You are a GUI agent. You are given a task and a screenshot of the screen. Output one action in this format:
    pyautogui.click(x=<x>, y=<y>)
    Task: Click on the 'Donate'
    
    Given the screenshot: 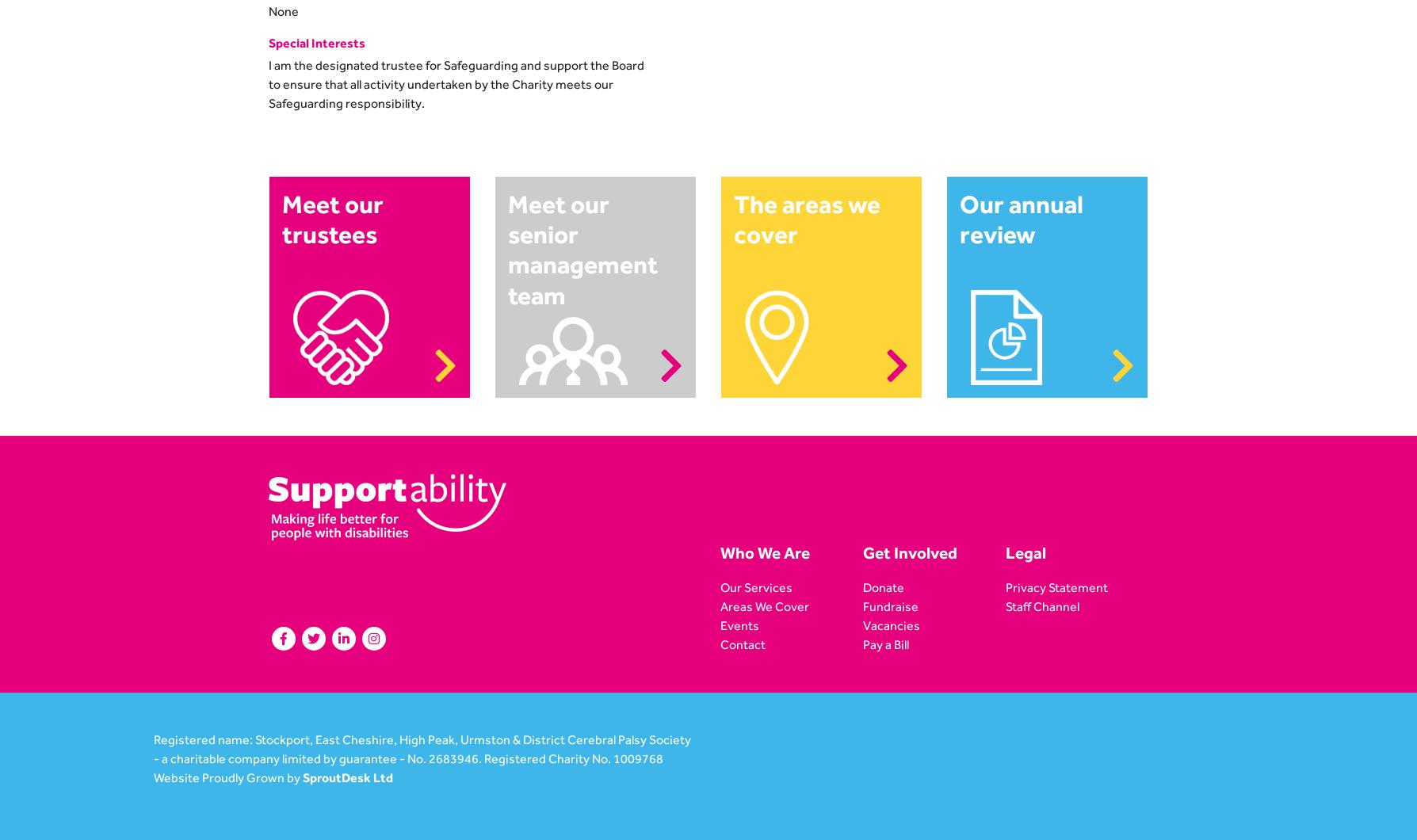 What is the action you would take?
    pyautogui.click(x=883, y=586)
    